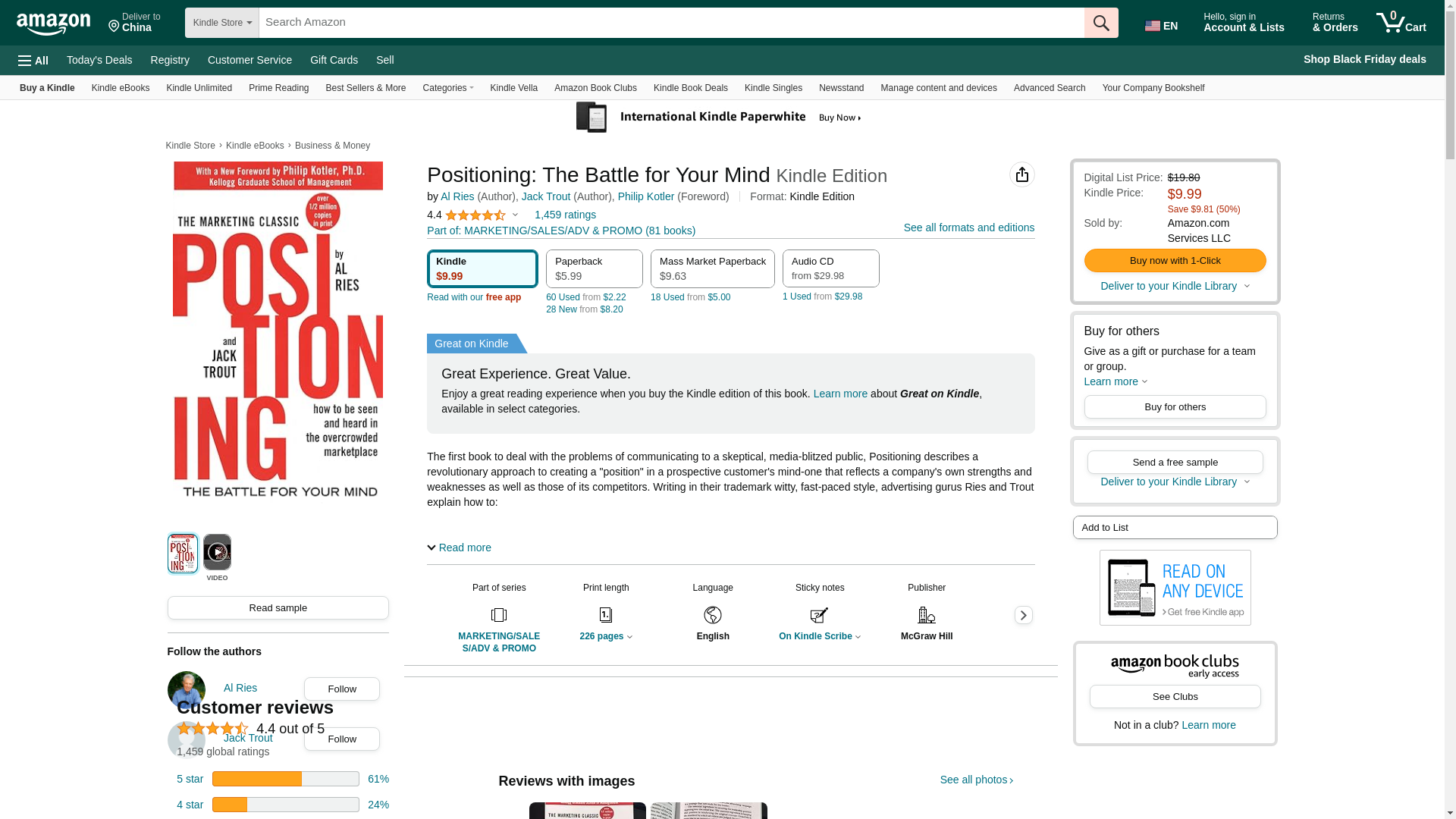  I want to click on 'Prime Reading', so click(278, 87).